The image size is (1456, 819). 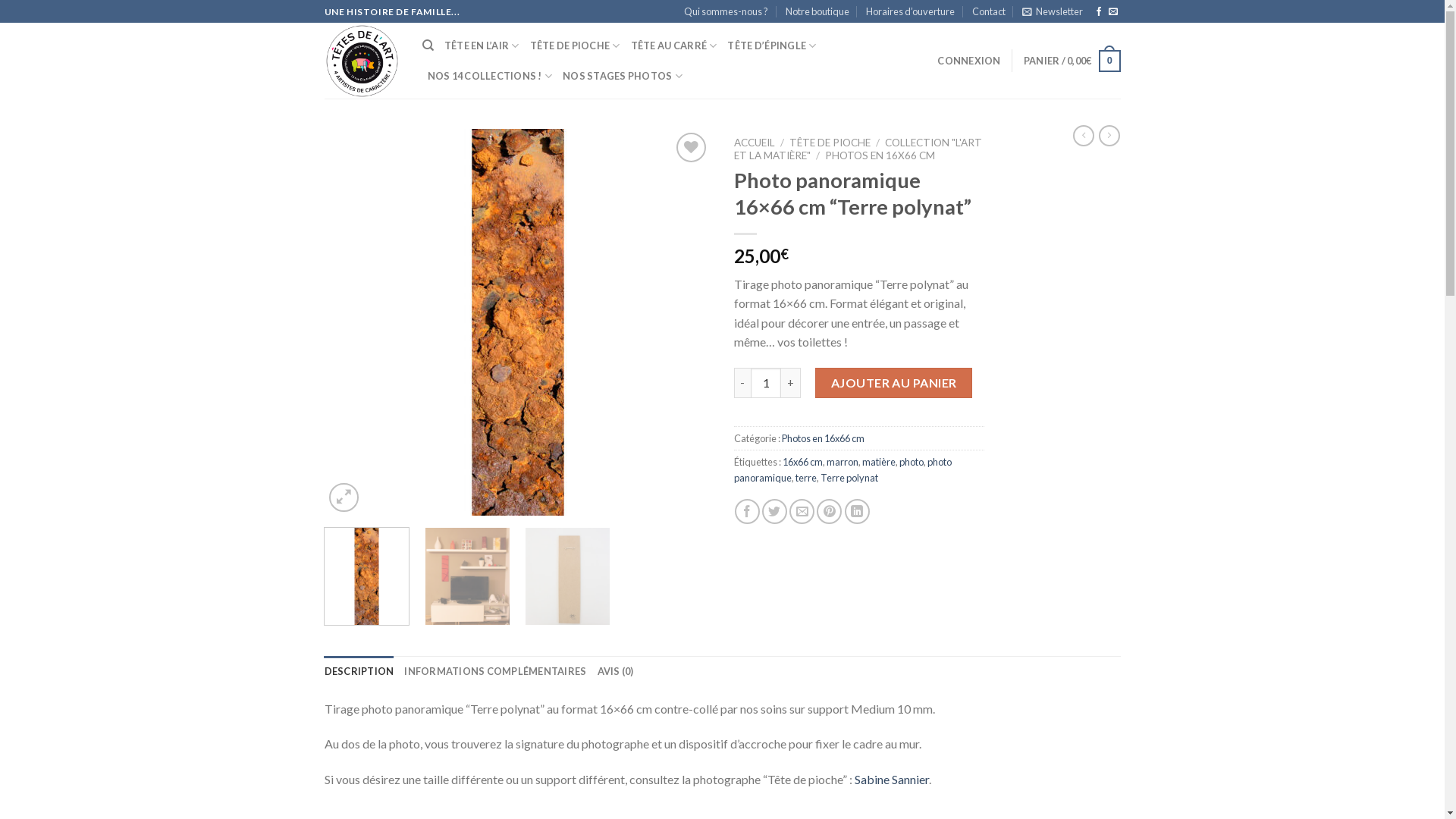 I want to click on 'marron', so click(x=841, y=461).